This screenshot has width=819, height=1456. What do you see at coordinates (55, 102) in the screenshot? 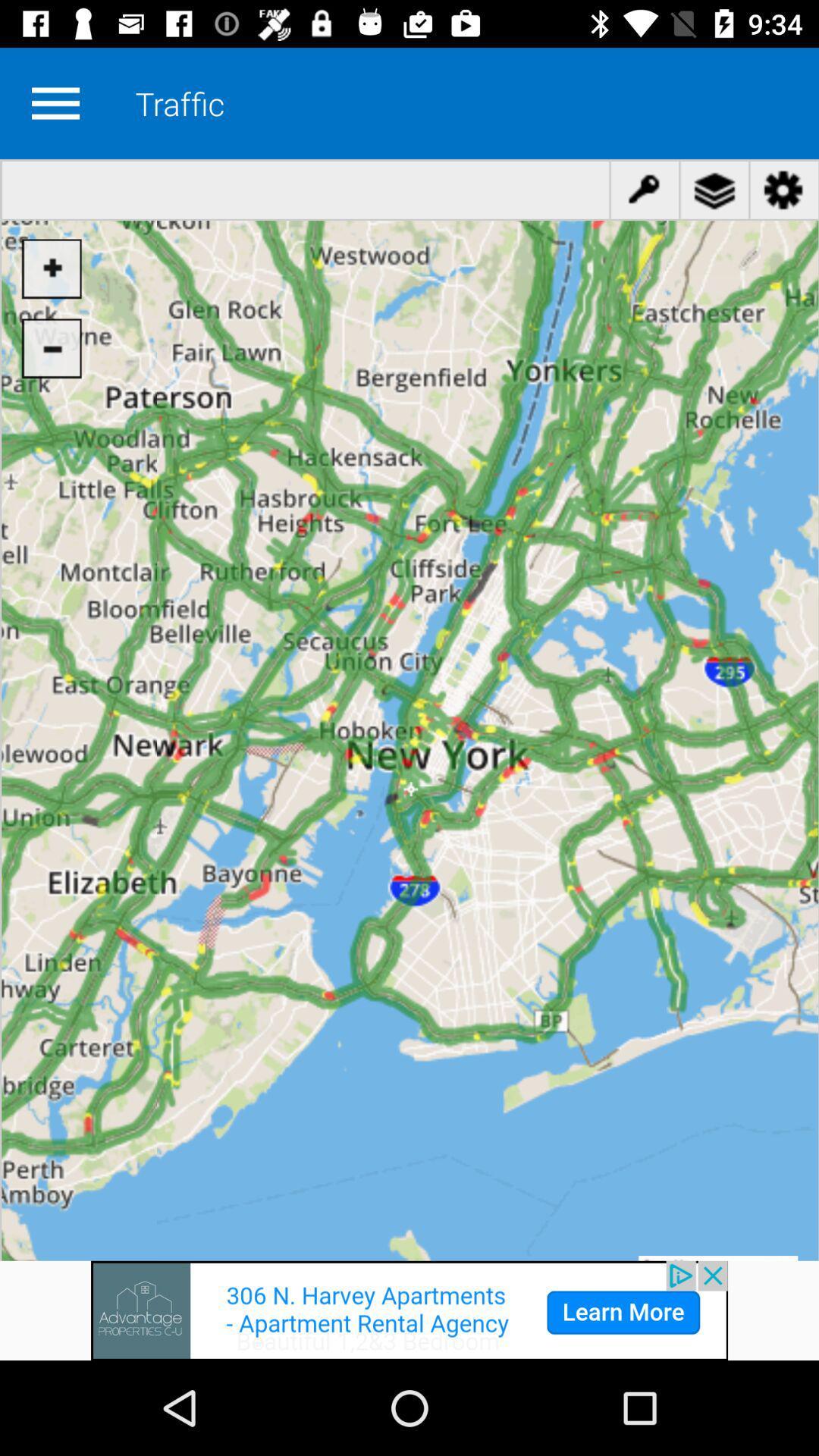
I see `click the menu button` at bounding box center [55, 102].